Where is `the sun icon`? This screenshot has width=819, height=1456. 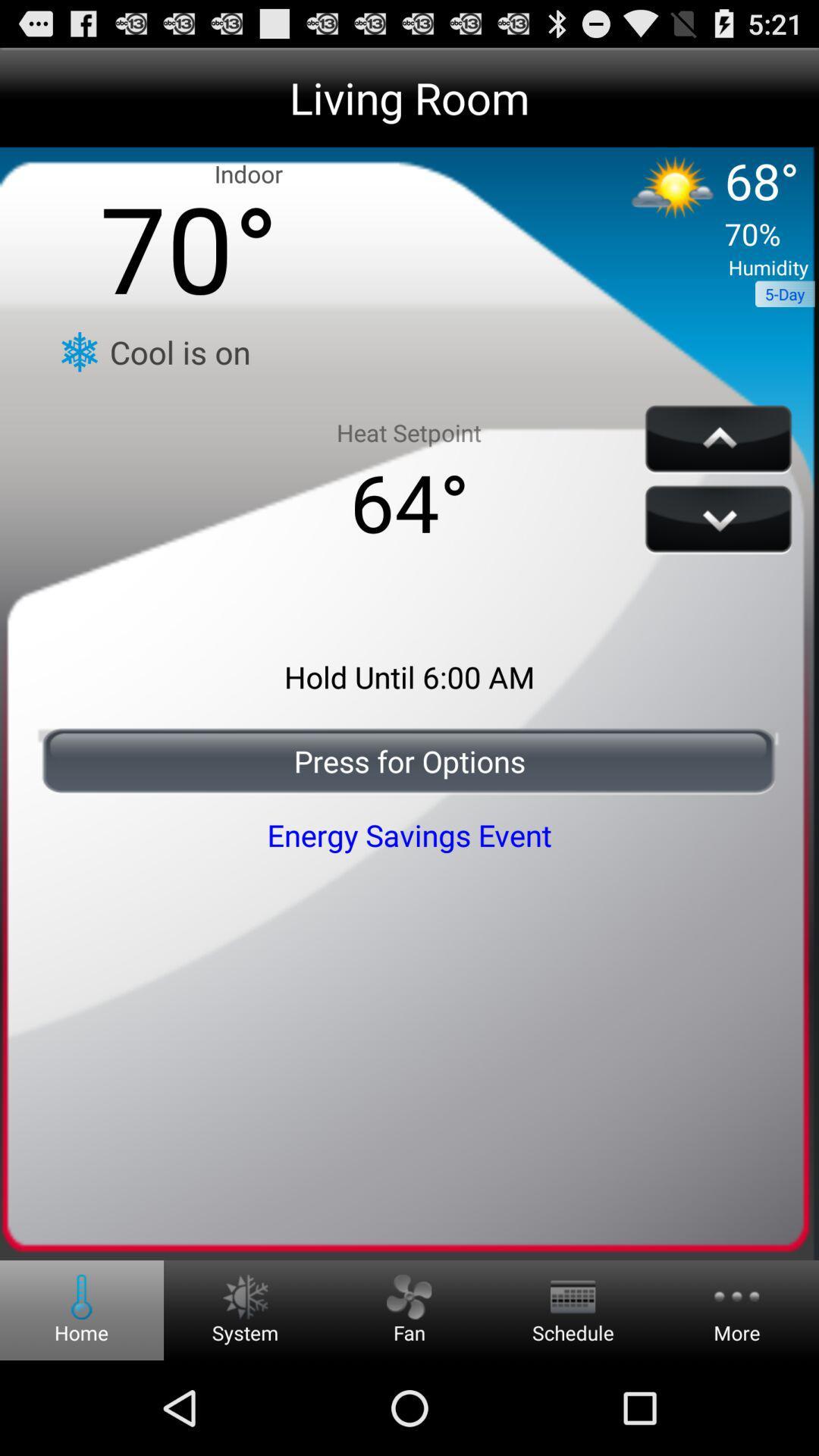 the sun icon is located at coordinates (674, 196).